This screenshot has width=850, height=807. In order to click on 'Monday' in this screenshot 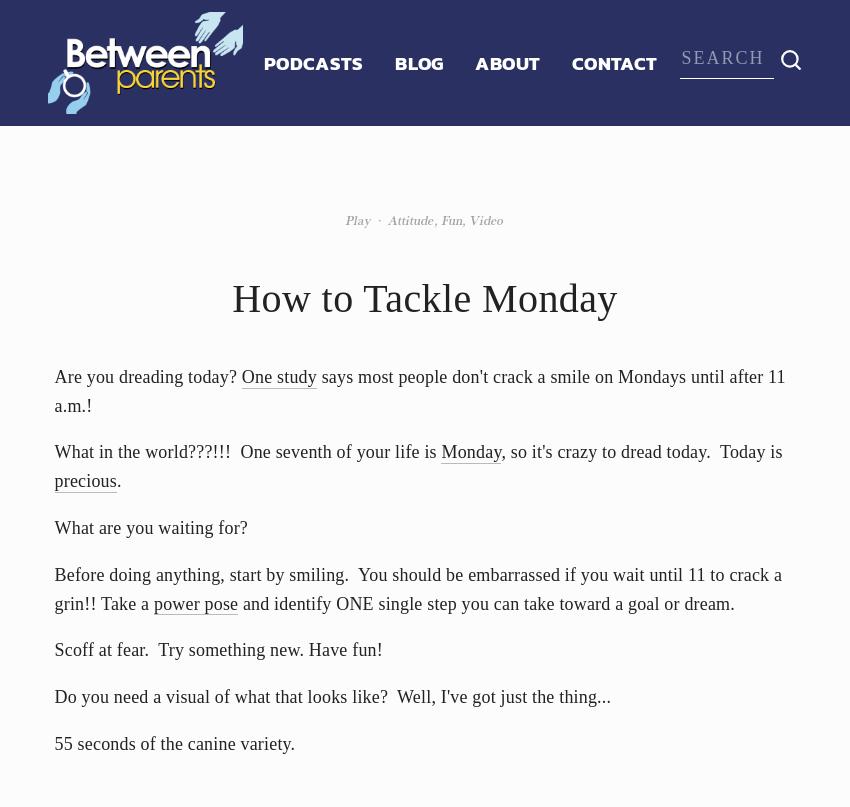, I will do `click(470, 451)`.